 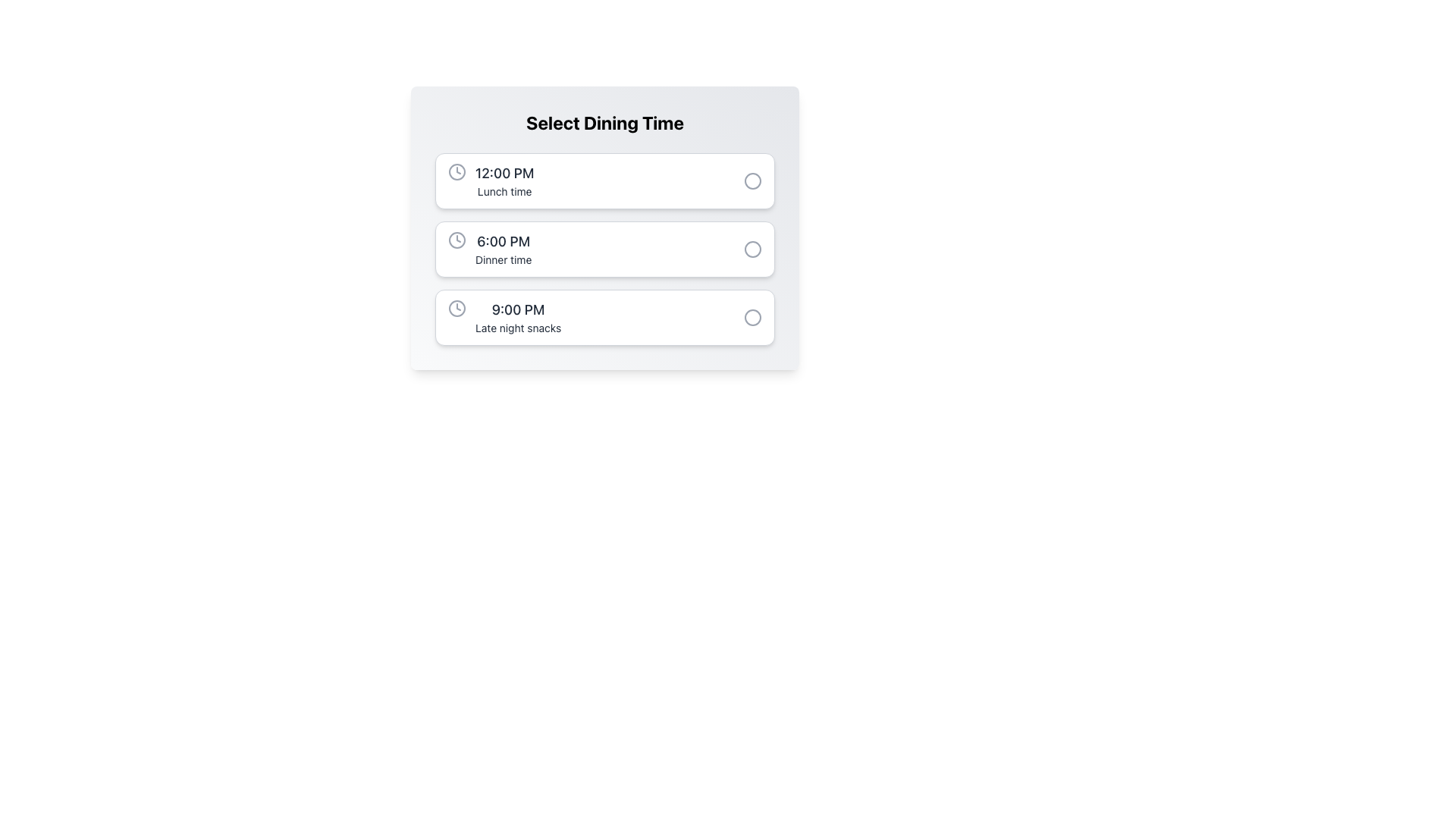 I want to click on the selectable list item for '12:00 PM' labeled as 'Lunch time' to choose this dining time option, so click(x=491, y=180).